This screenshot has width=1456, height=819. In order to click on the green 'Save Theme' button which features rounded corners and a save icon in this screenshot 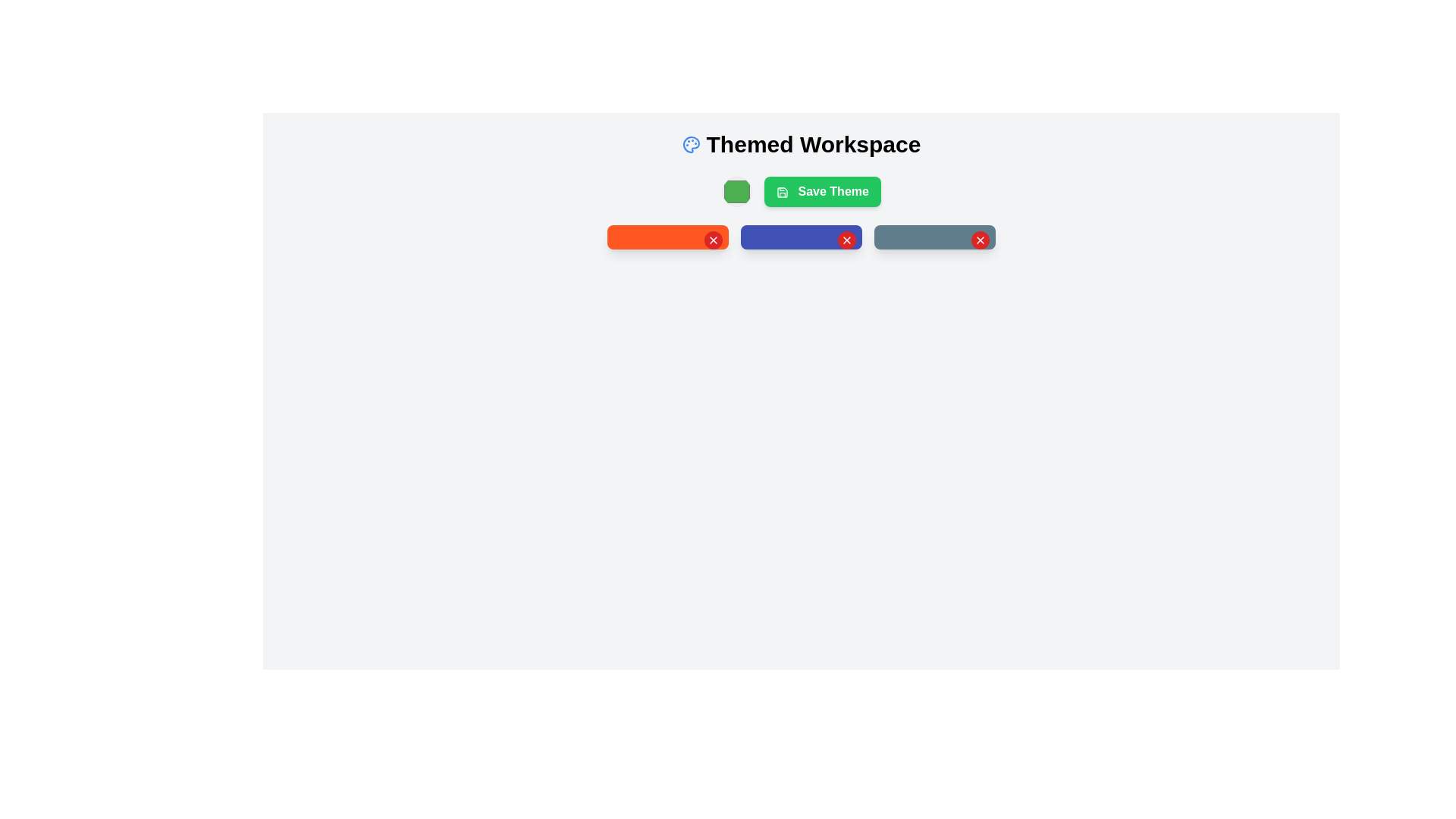, I will do `click(821, 191)`.